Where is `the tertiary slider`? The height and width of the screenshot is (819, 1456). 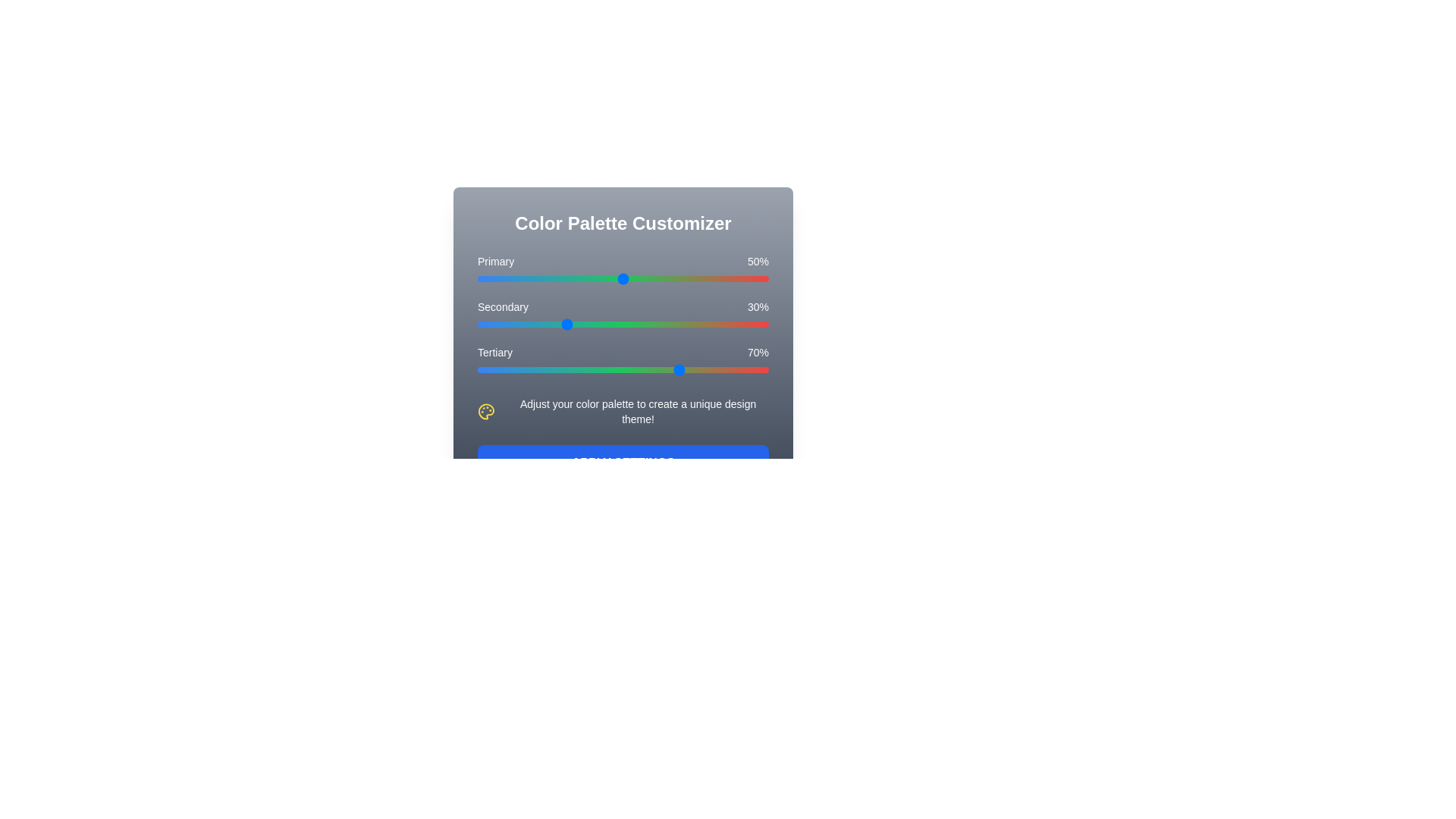
the tertiary slider is located at coordinates (599, 370).